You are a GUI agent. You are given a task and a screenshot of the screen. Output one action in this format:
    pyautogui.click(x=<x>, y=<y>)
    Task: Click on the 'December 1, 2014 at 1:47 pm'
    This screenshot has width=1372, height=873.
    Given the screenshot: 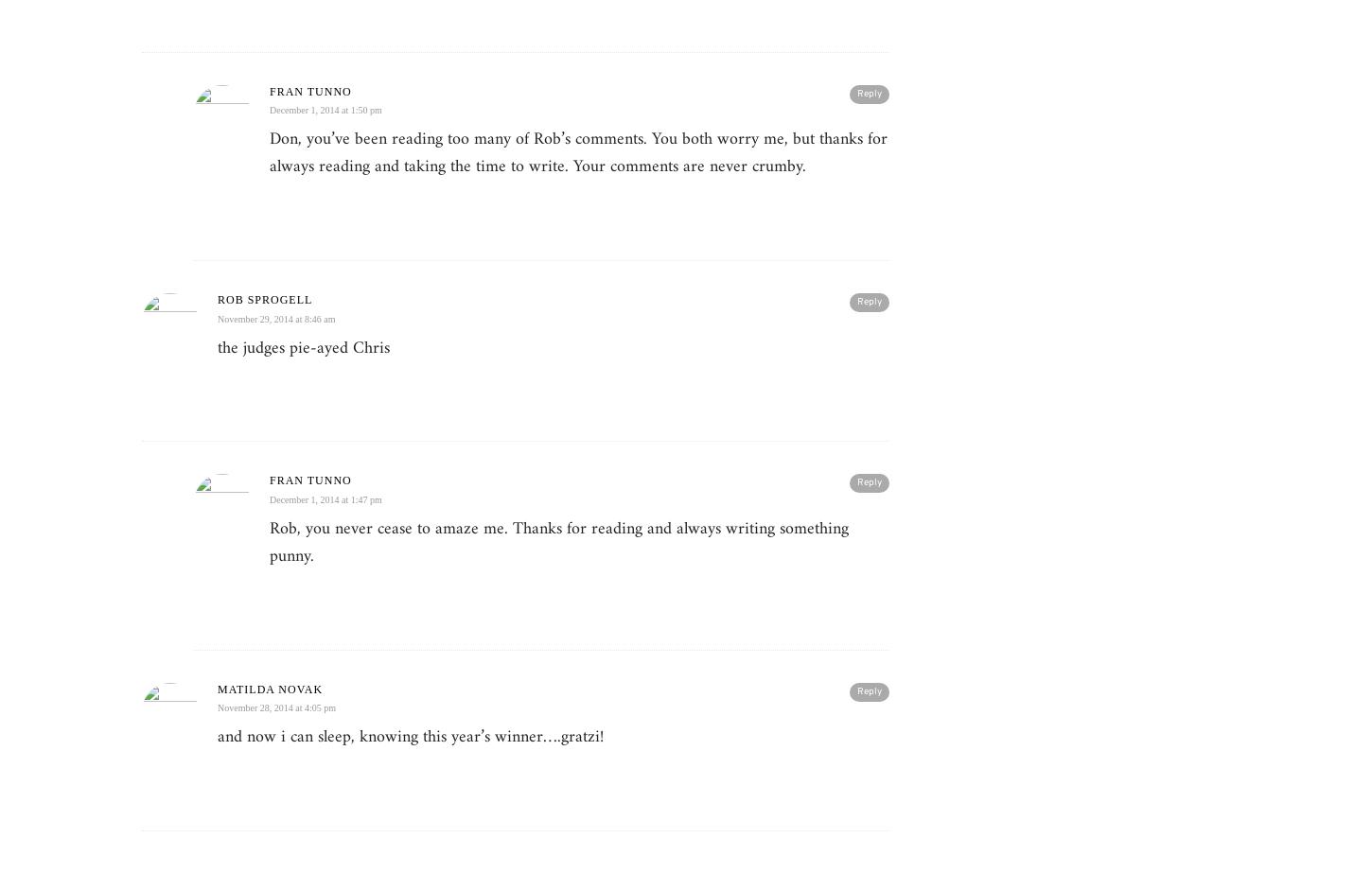 What is the action you would take?
    pyautogui.click(x=270, y=498)
    